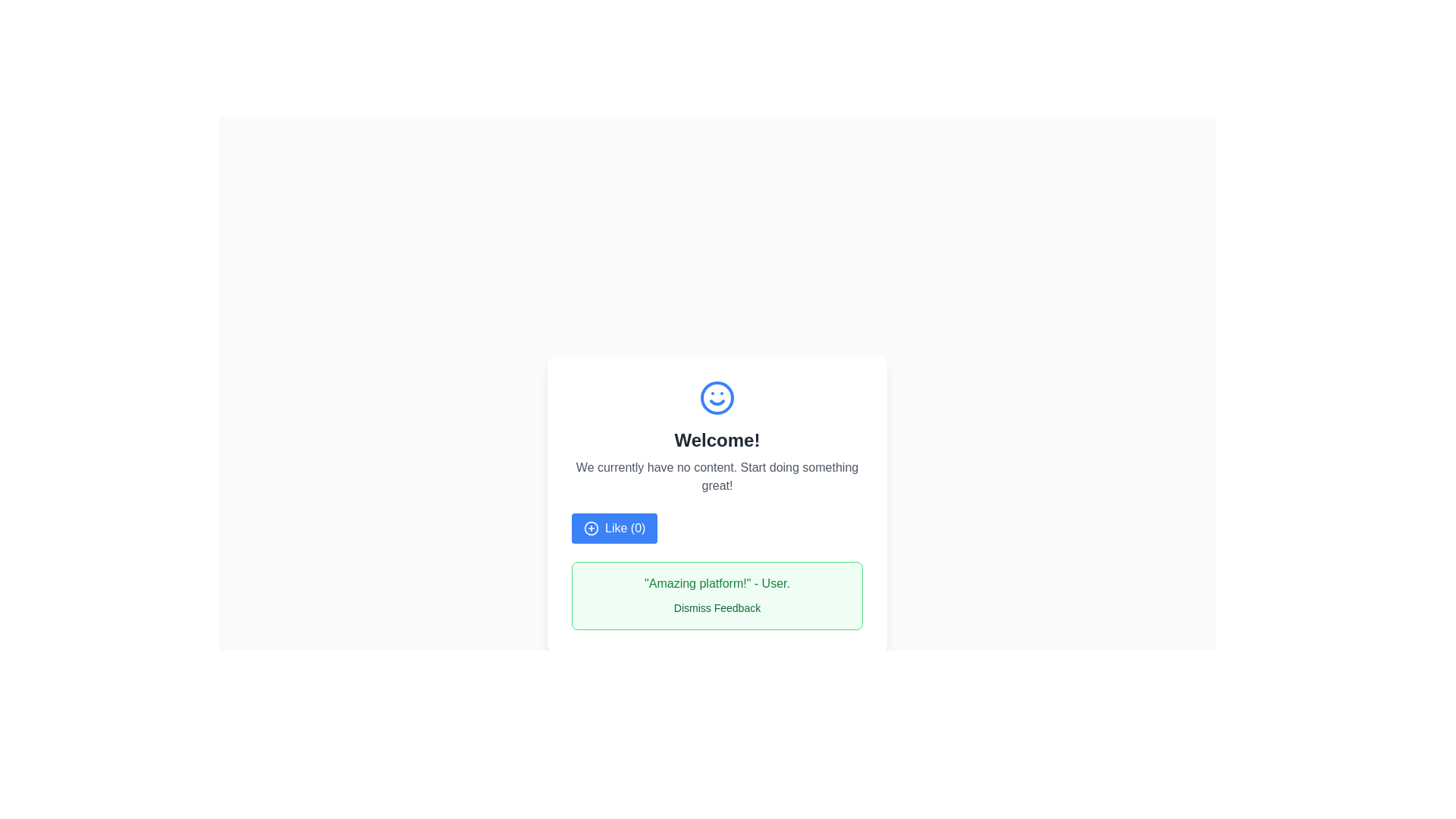  What do you see at coordinates (716, 397) in the screenshot?
I see `the outermost circular SVG element with a blue stroke located at the top center of the card interface, above the text 'Welcome!'` at bounding box center [716, 397].